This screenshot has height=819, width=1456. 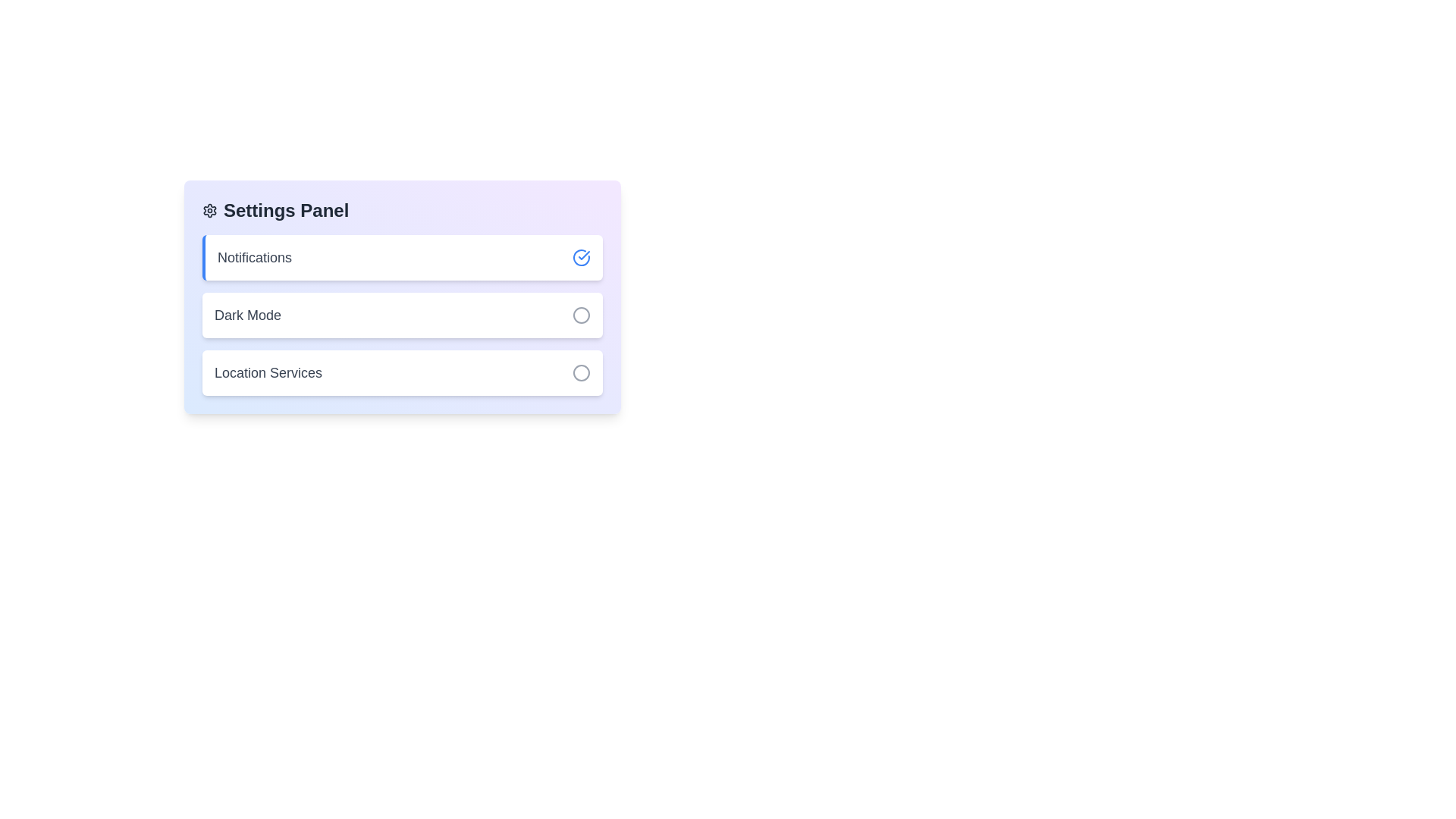 What do you see at coordinates (581, 256) in the screenshot?
I see `the toggle button for Notifications to change its state` at bounding box center [581, 256].